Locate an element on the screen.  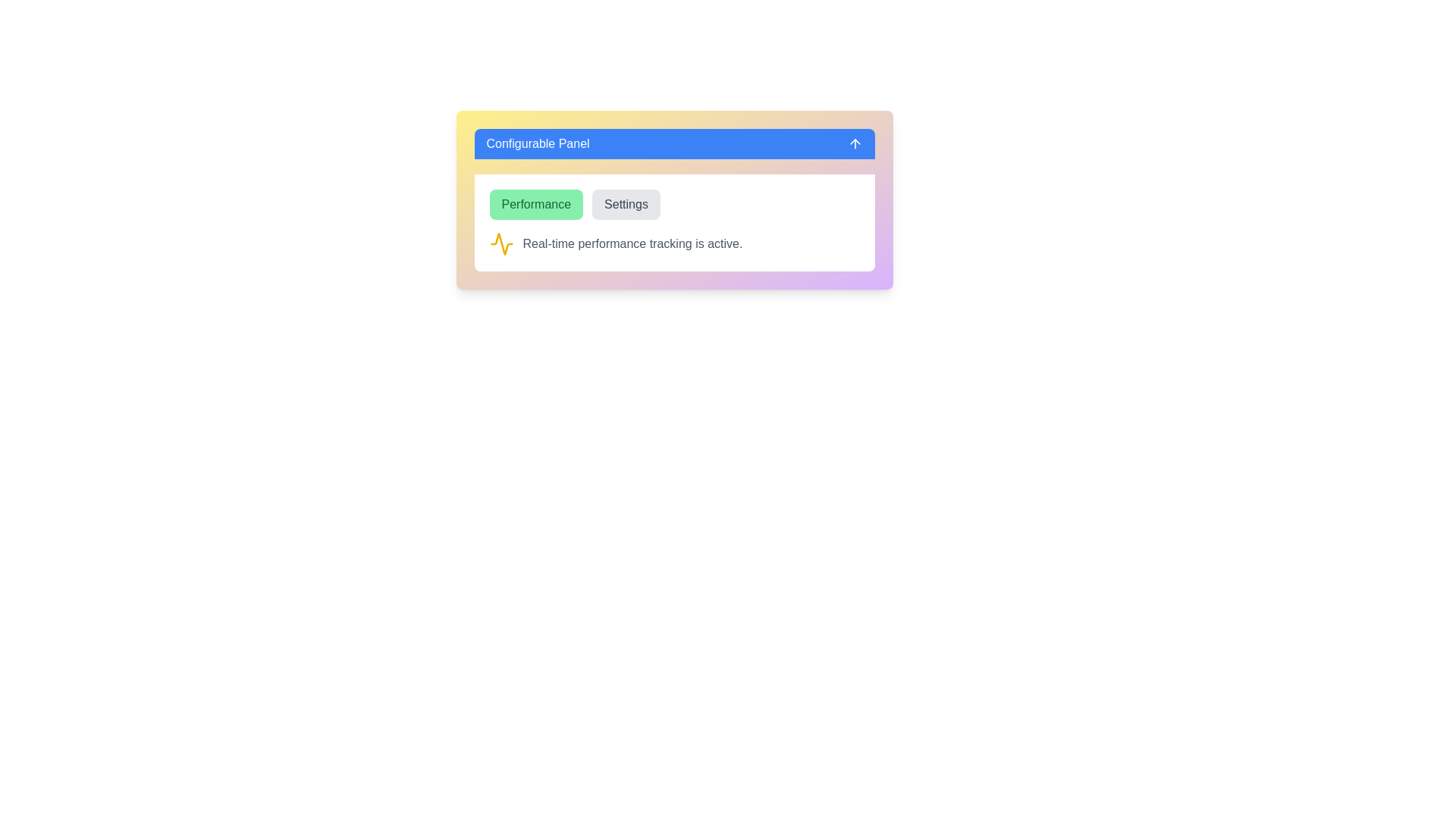
the small, stylized yellow icon resembling a zigzag waveform located below the 'Performance' button is located at coordinates (501, 243).